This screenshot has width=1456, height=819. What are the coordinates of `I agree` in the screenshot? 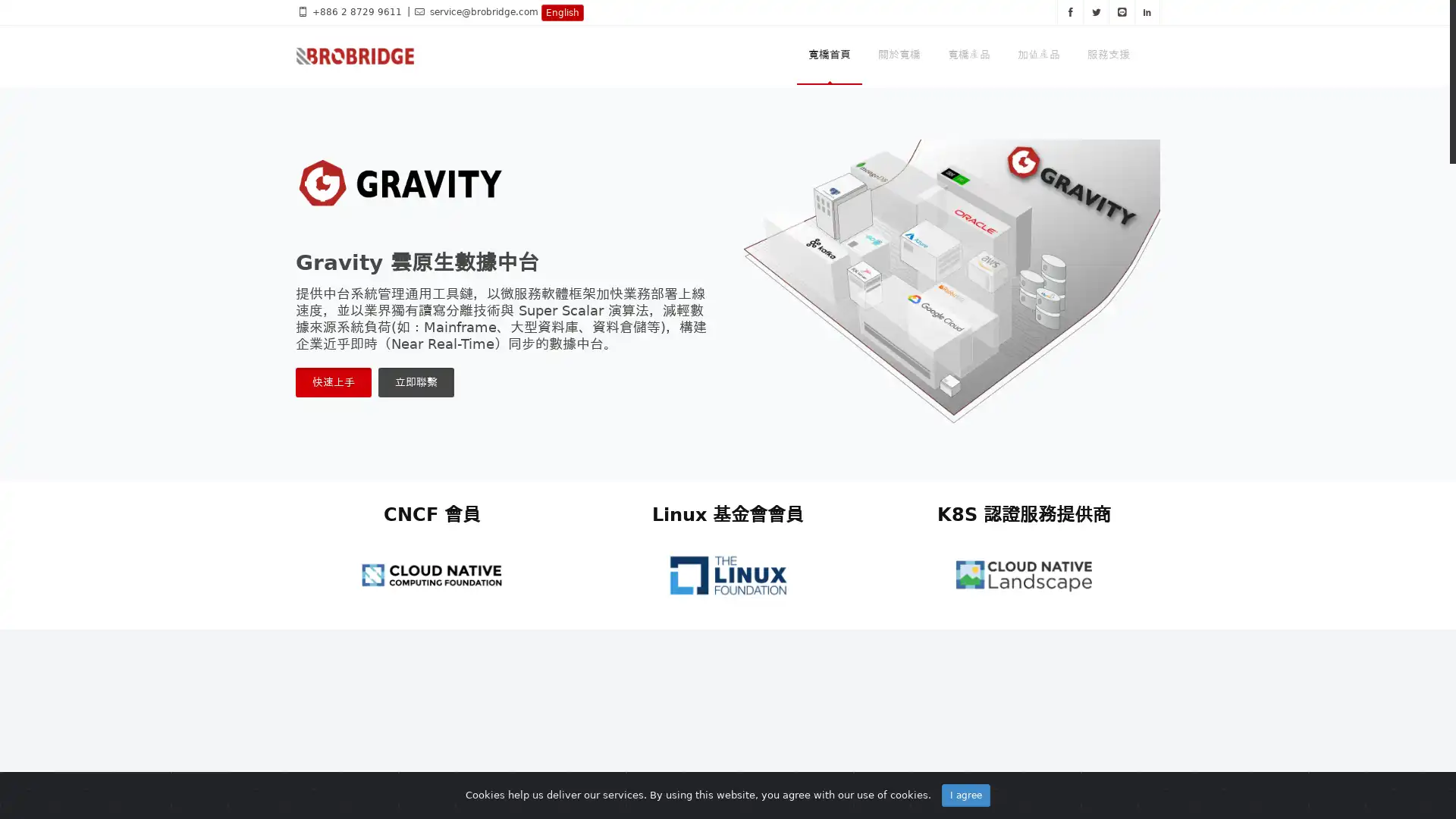 It's located at (965, 795).